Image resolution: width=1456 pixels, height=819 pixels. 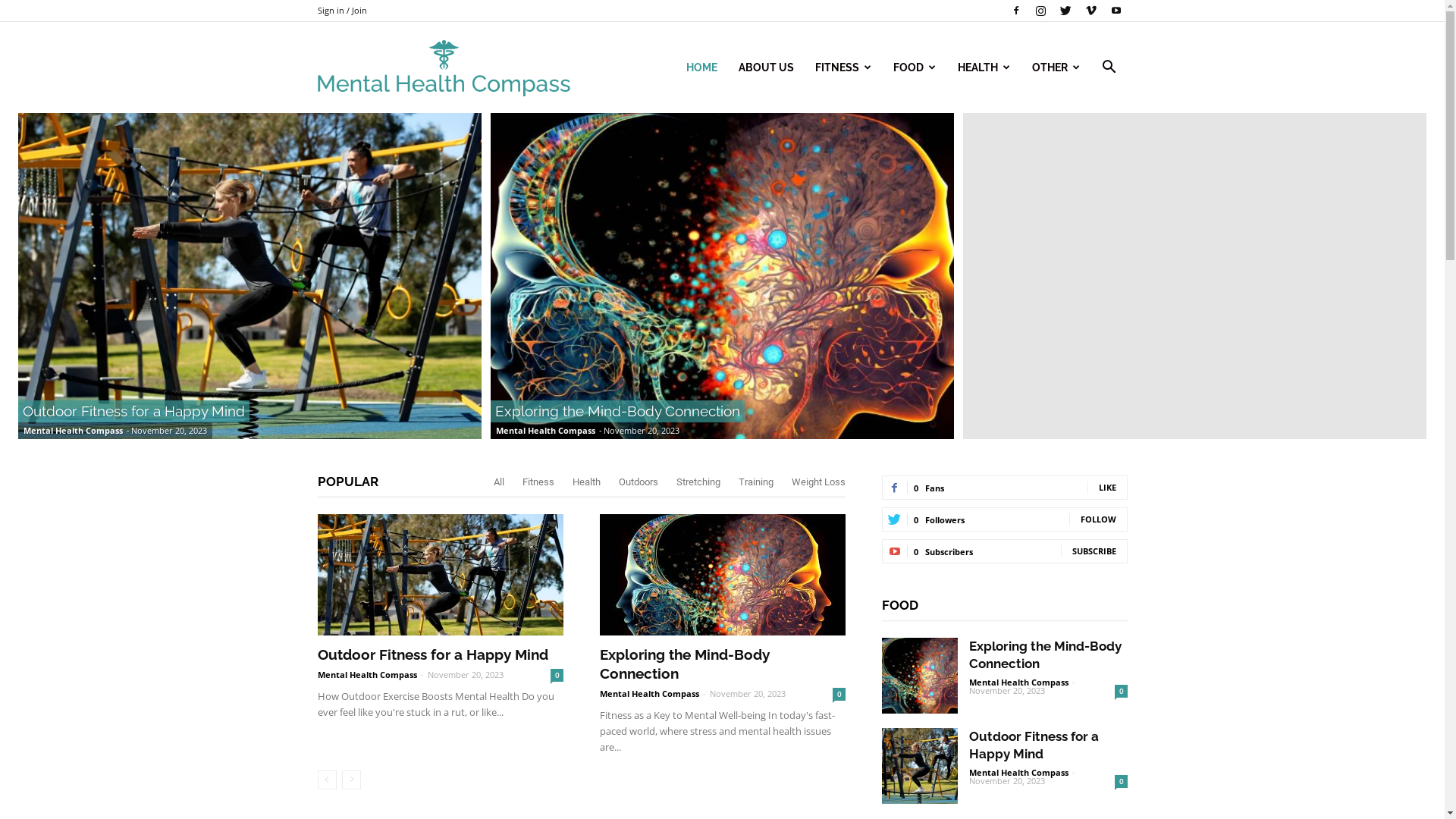 I want to click on 'SUBSCRIBE', so click(x=1094, y=551).